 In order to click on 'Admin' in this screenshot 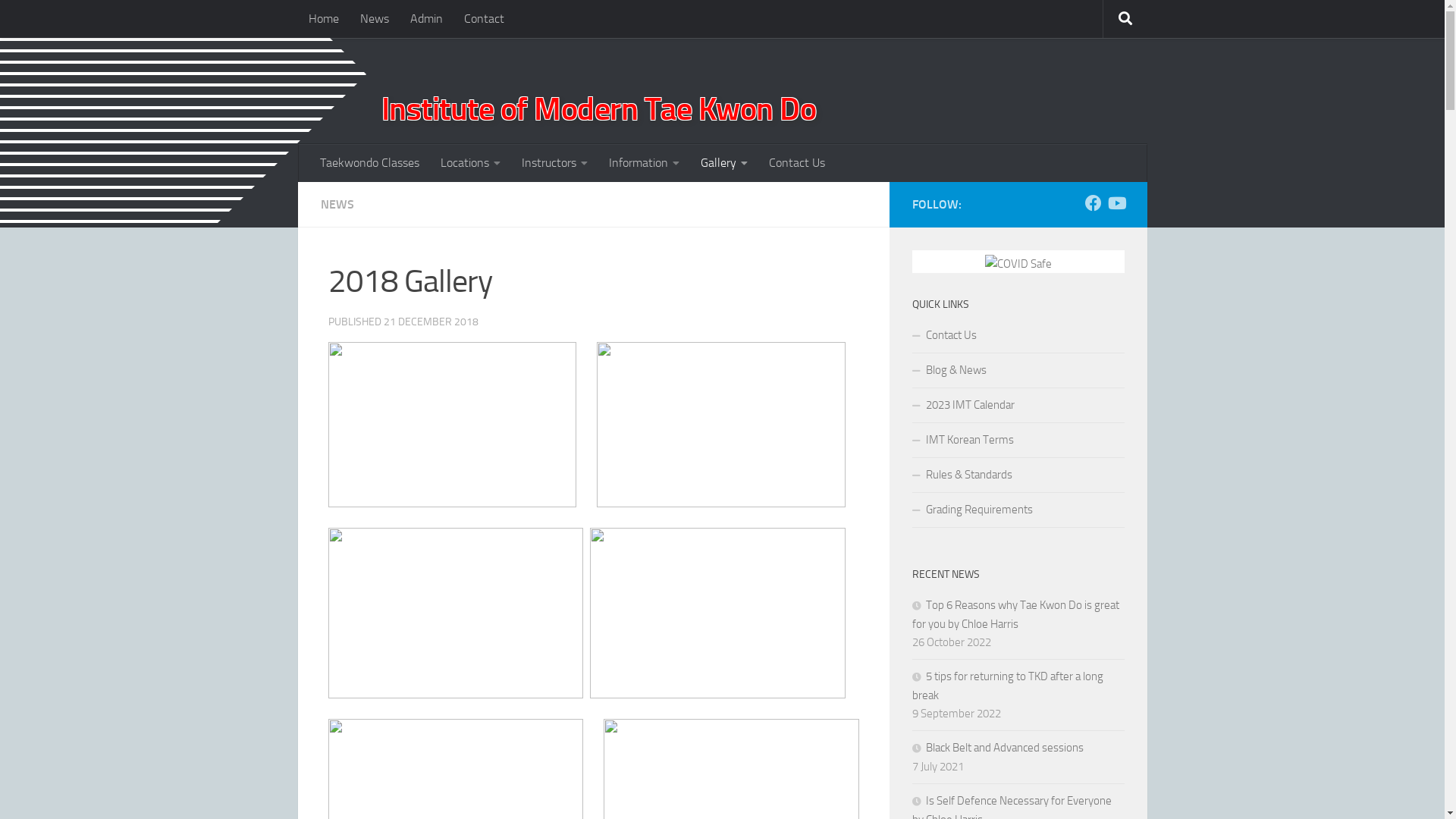, I will do `click(425, 18)`.